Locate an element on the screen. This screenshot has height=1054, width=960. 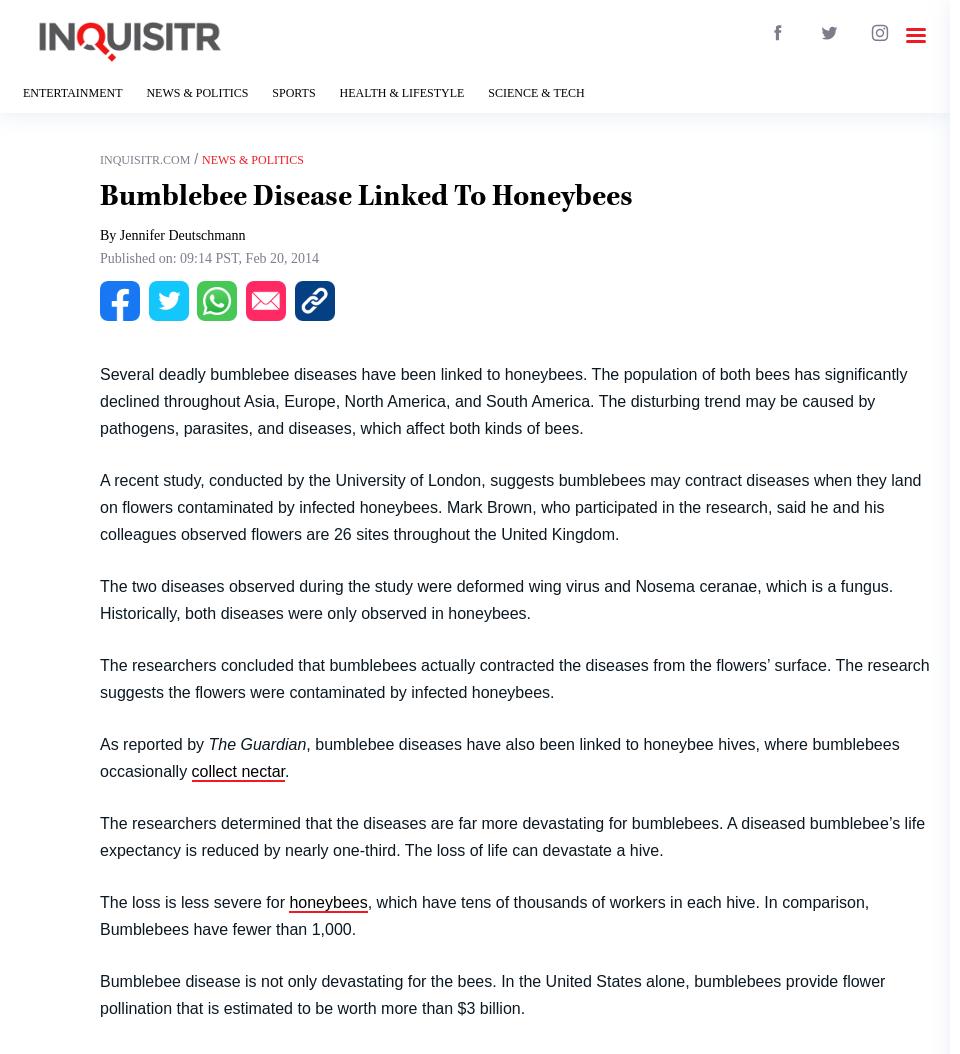
'By Jennifer Deutschmann' is located at coordinates (171, 235).